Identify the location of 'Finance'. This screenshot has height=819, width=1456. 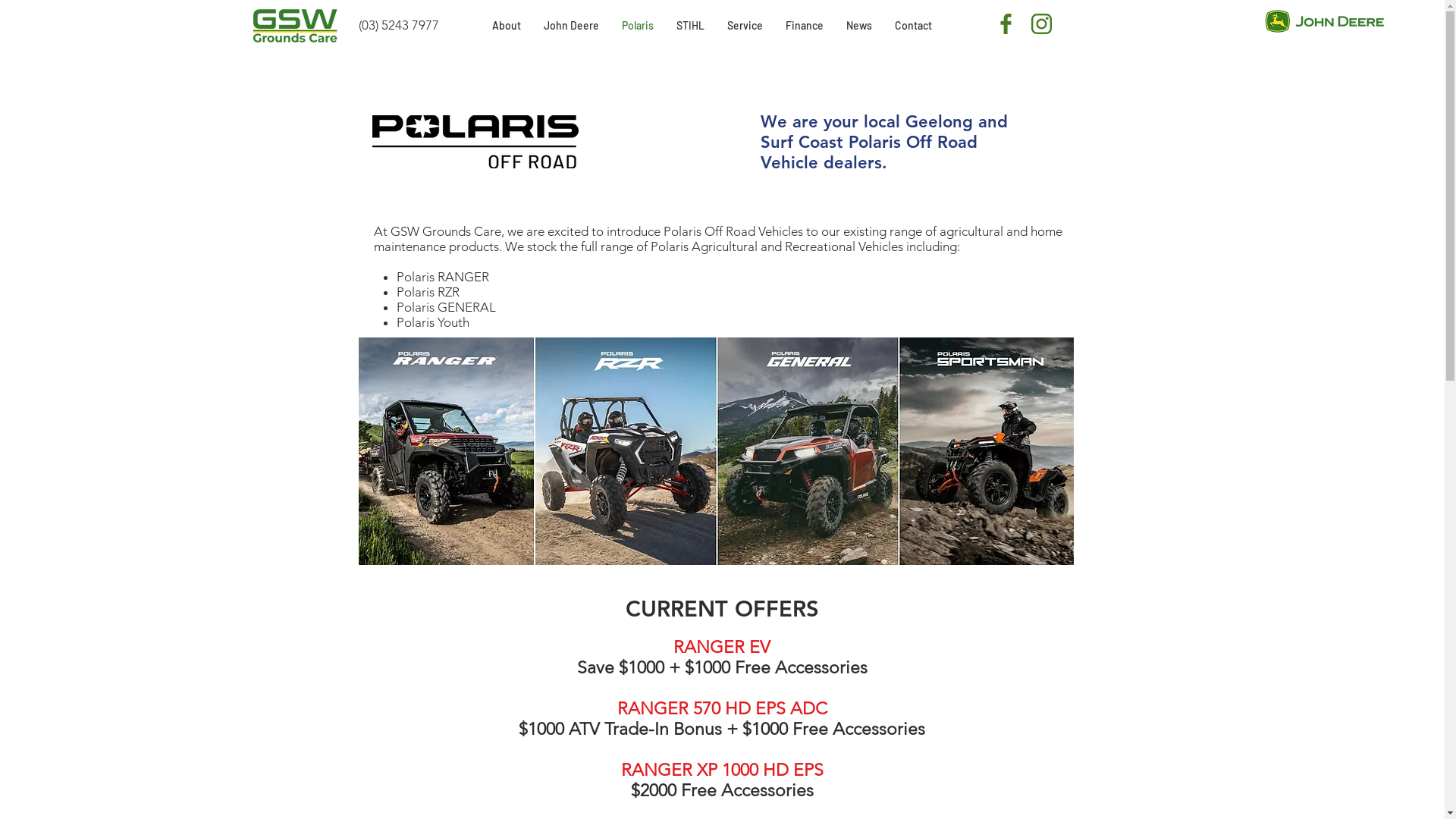
(803, 25).